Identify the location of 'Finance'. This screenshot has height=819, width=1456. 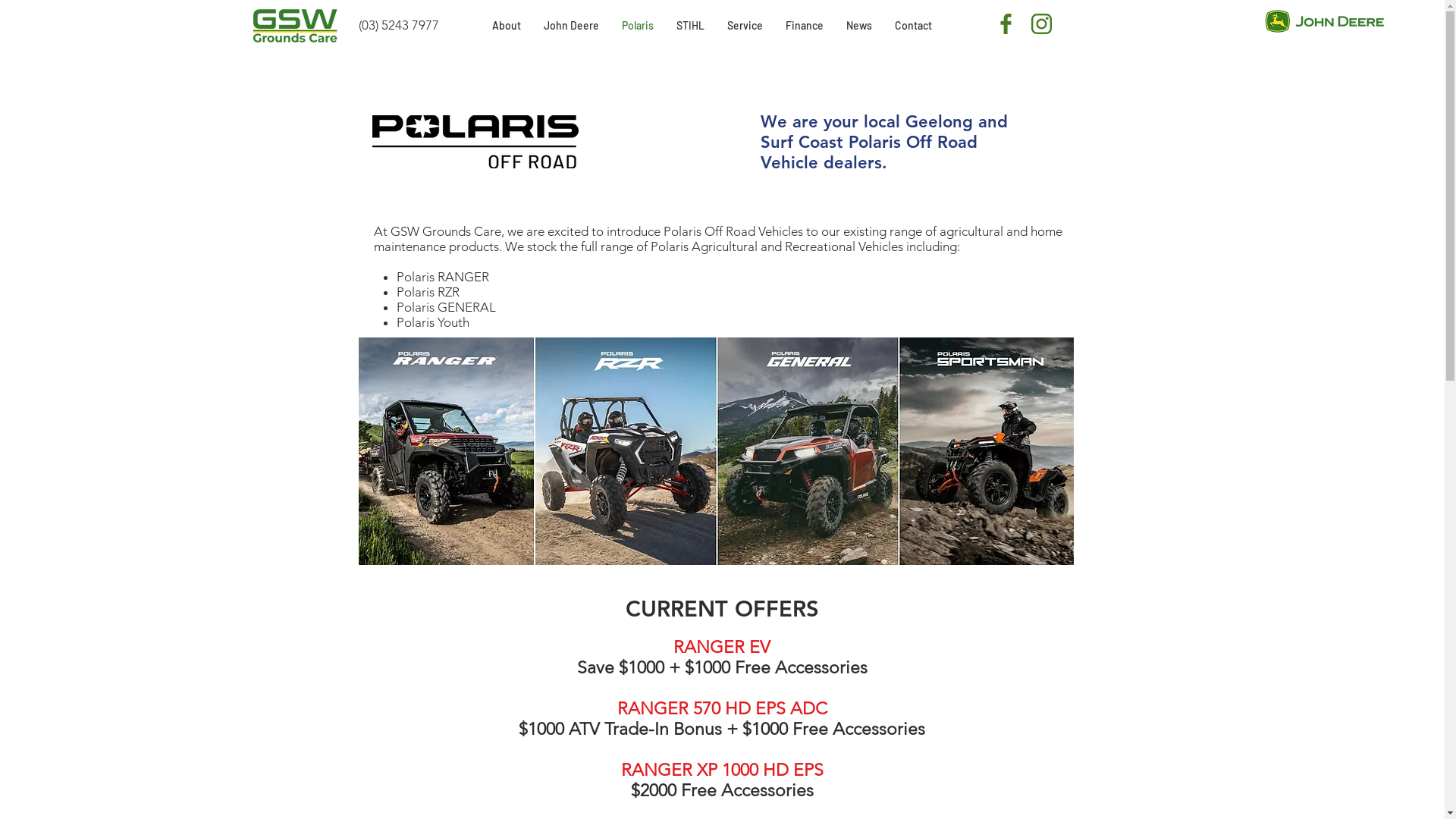
(803, 25).